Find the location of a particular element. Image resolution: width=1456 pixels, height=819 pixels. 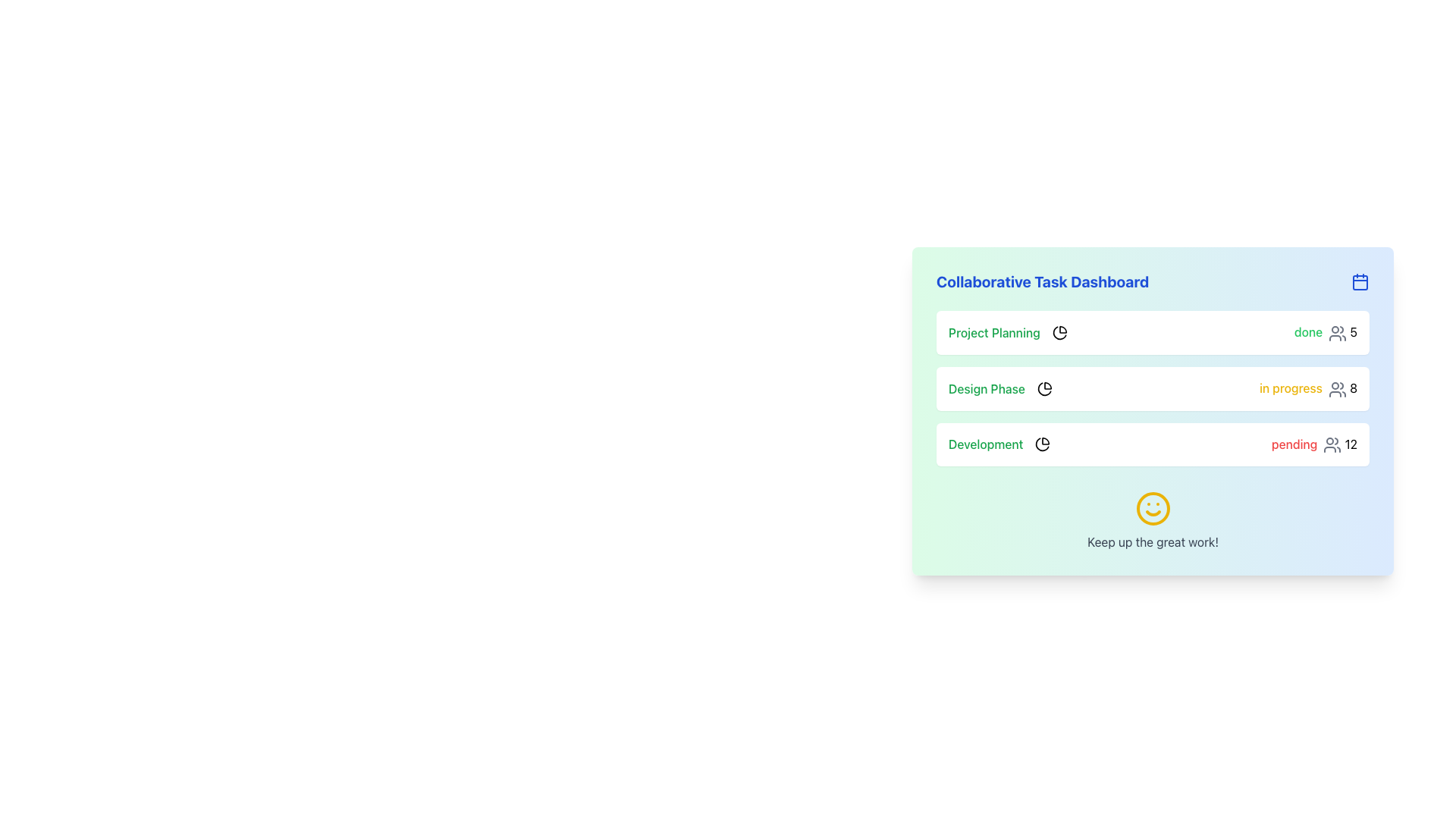

the static text label that indicates the name or title of a task or phase in the dashboard, which is the third item in a vertically arranged list is located at coordinates (986, 444).